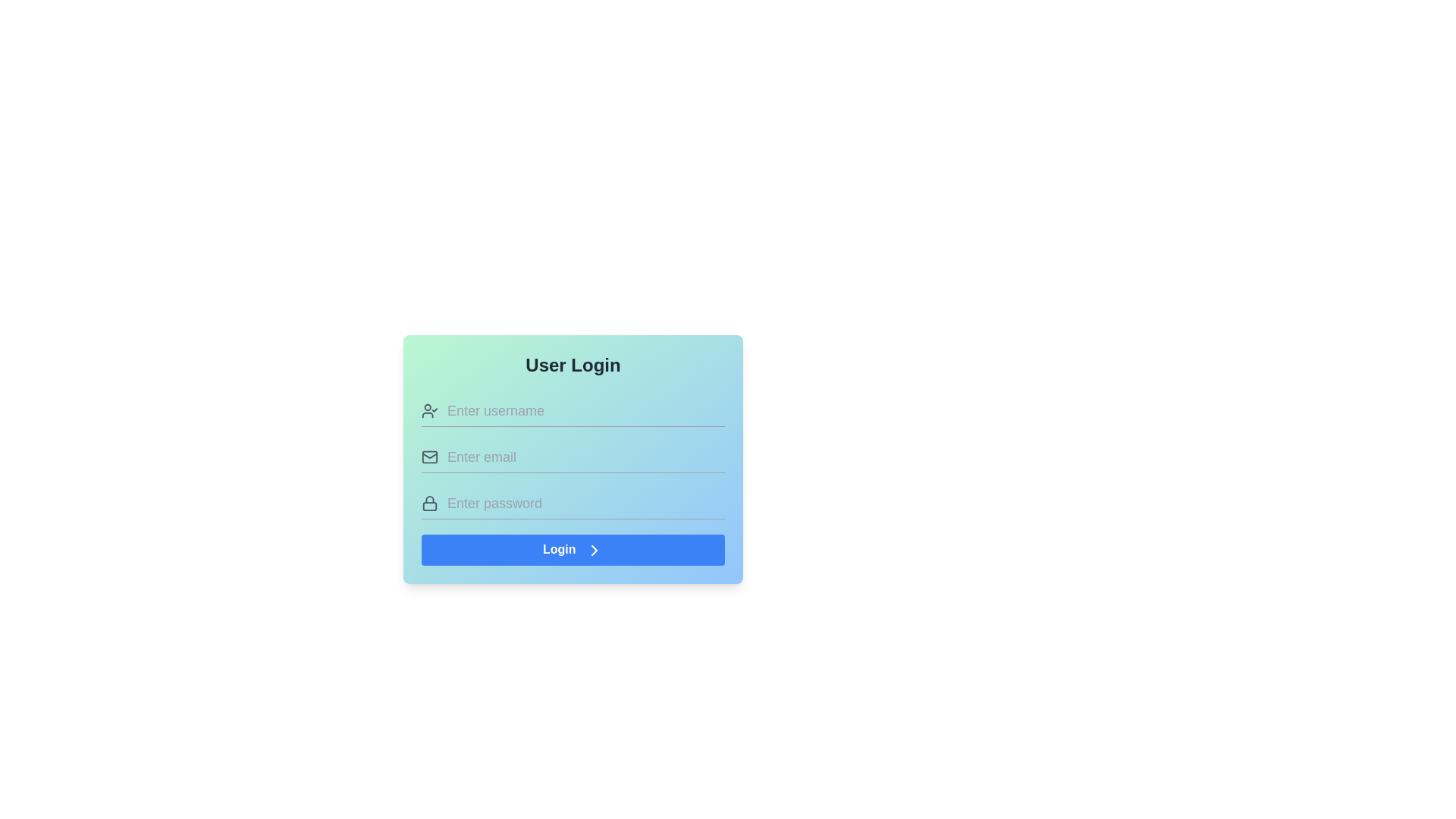 This screenshot has height=819, width=1456. Describe the element at coordinates (572, 550) in the screenshot. I see `the 'Login' button at the bottom of the 'User Login' form, which has a blue background and white text with a right-facing chevron icon` at that location.